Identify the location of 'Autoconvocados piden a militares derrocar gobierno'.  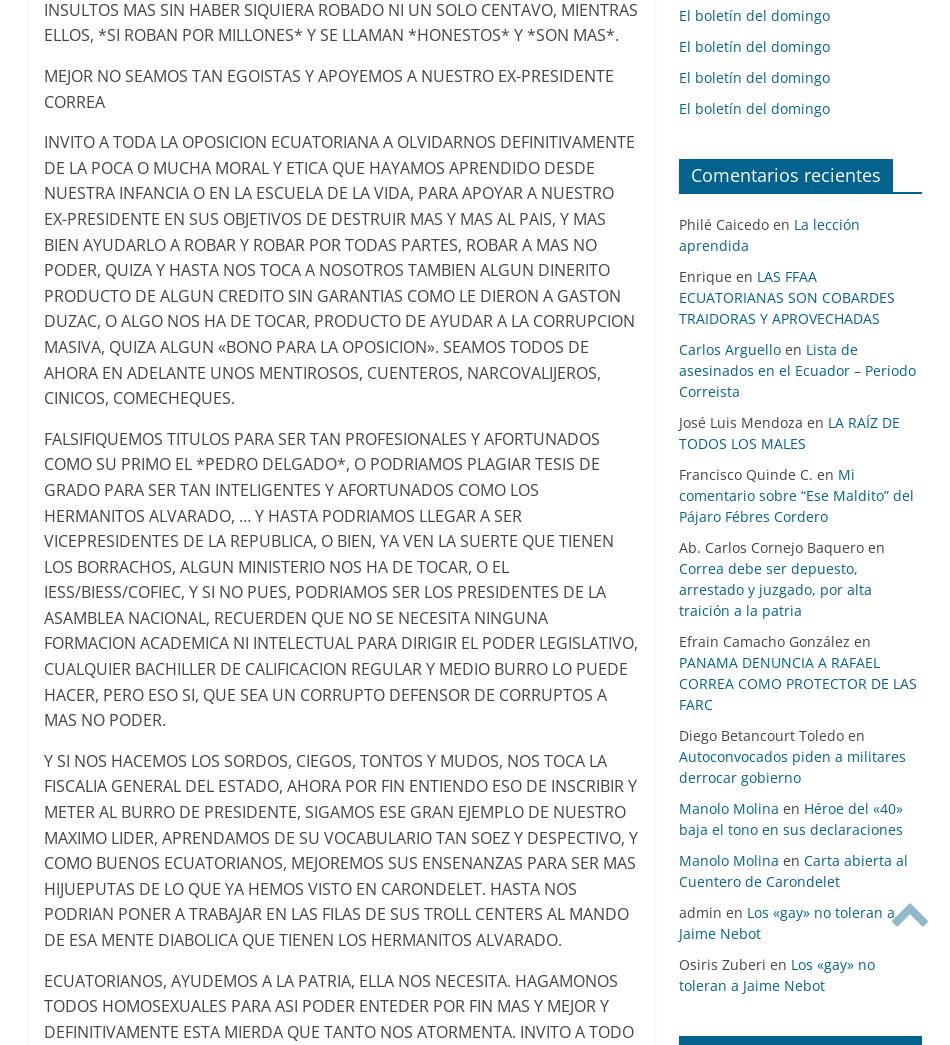
(790, 767).